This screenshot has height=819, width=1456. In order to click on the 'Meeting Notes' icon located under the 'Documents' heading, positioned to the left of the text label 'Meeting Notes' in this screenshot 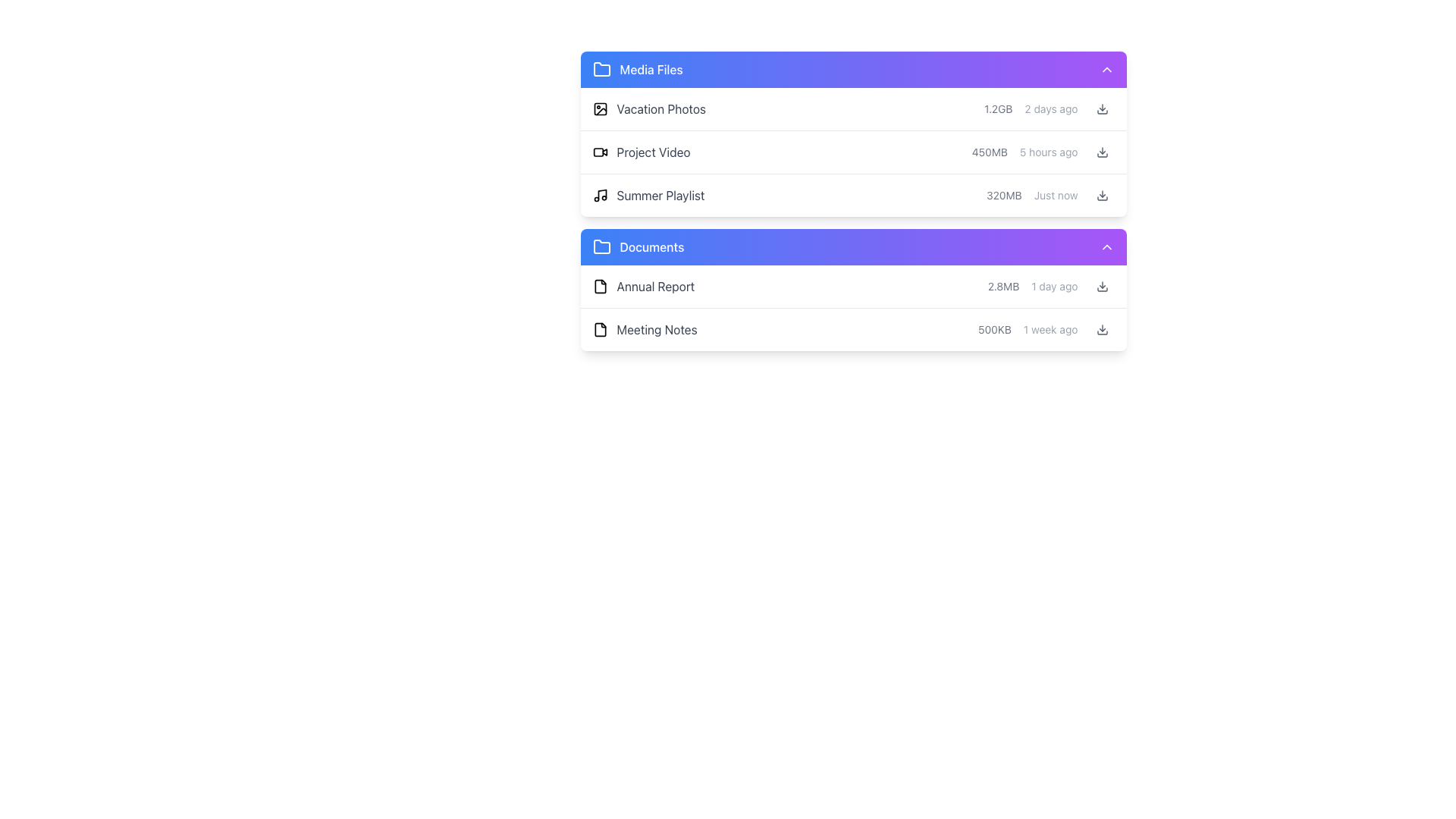, I will do `click(599, 329)`.